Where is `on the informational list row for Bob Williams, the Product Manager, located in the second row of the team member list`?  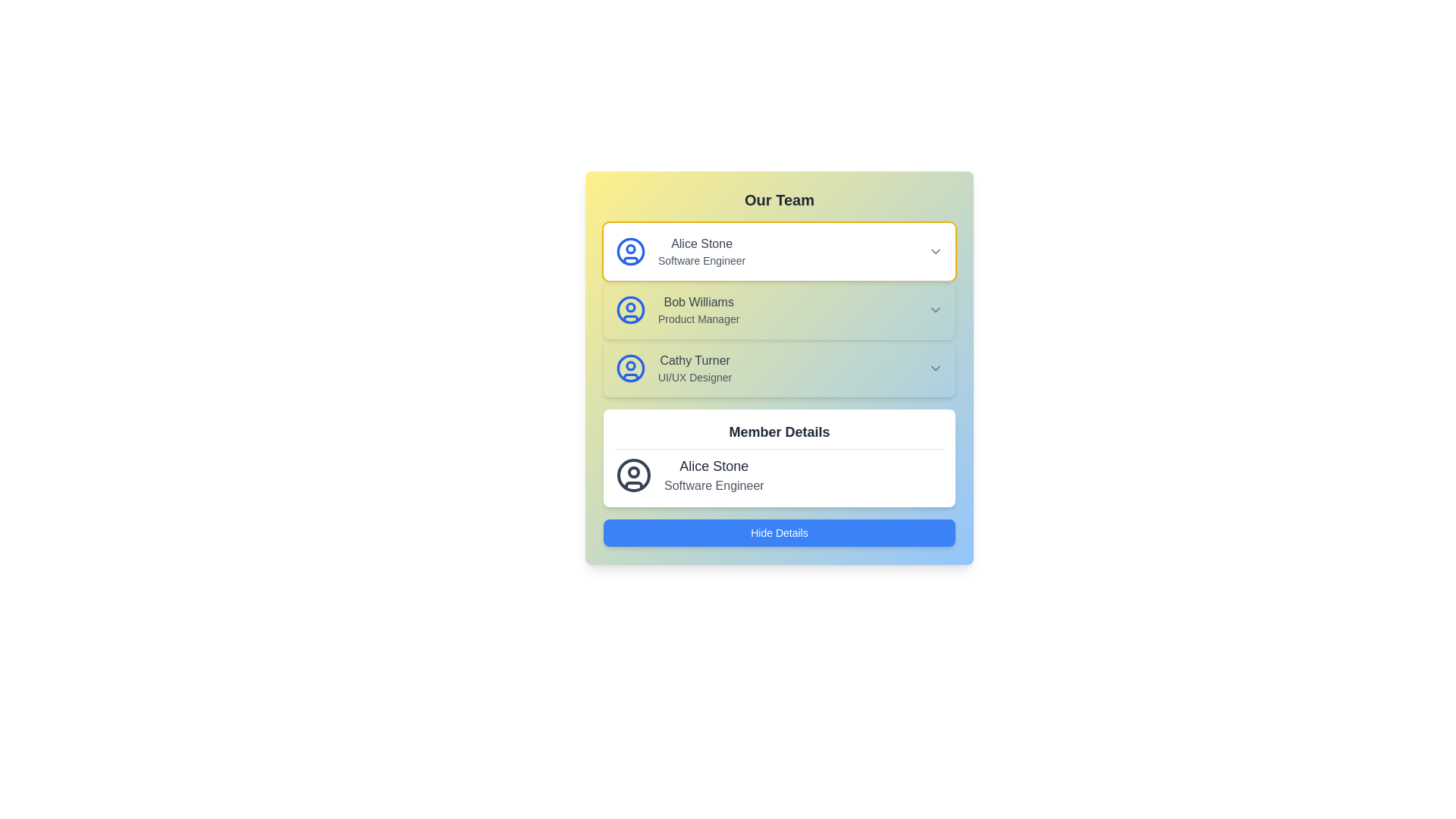 on the informational list row for Bob Williams, the Product Manager, located in the second row of the team member list is located at coordinates (676, 309).